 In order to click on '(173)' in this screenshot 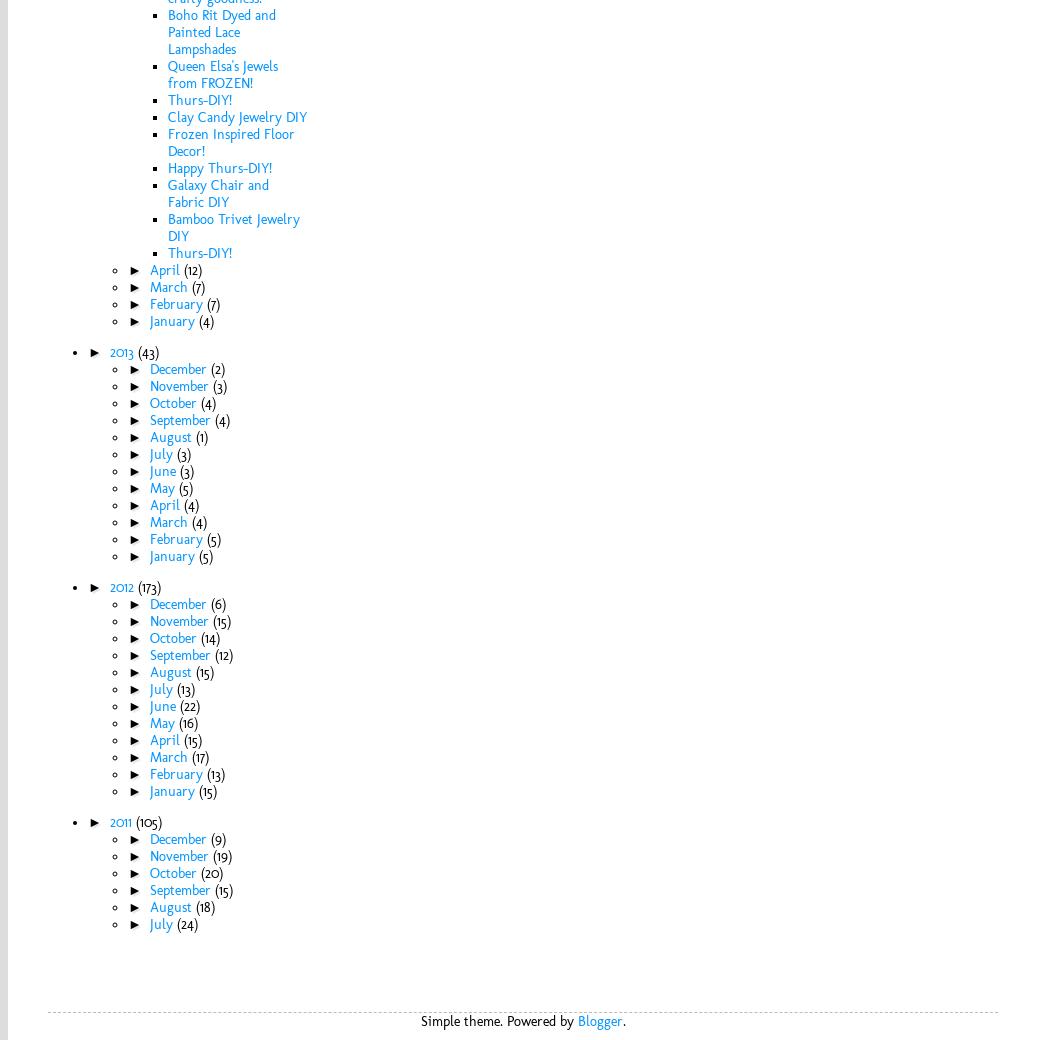, I will do `click(136, 585)`.